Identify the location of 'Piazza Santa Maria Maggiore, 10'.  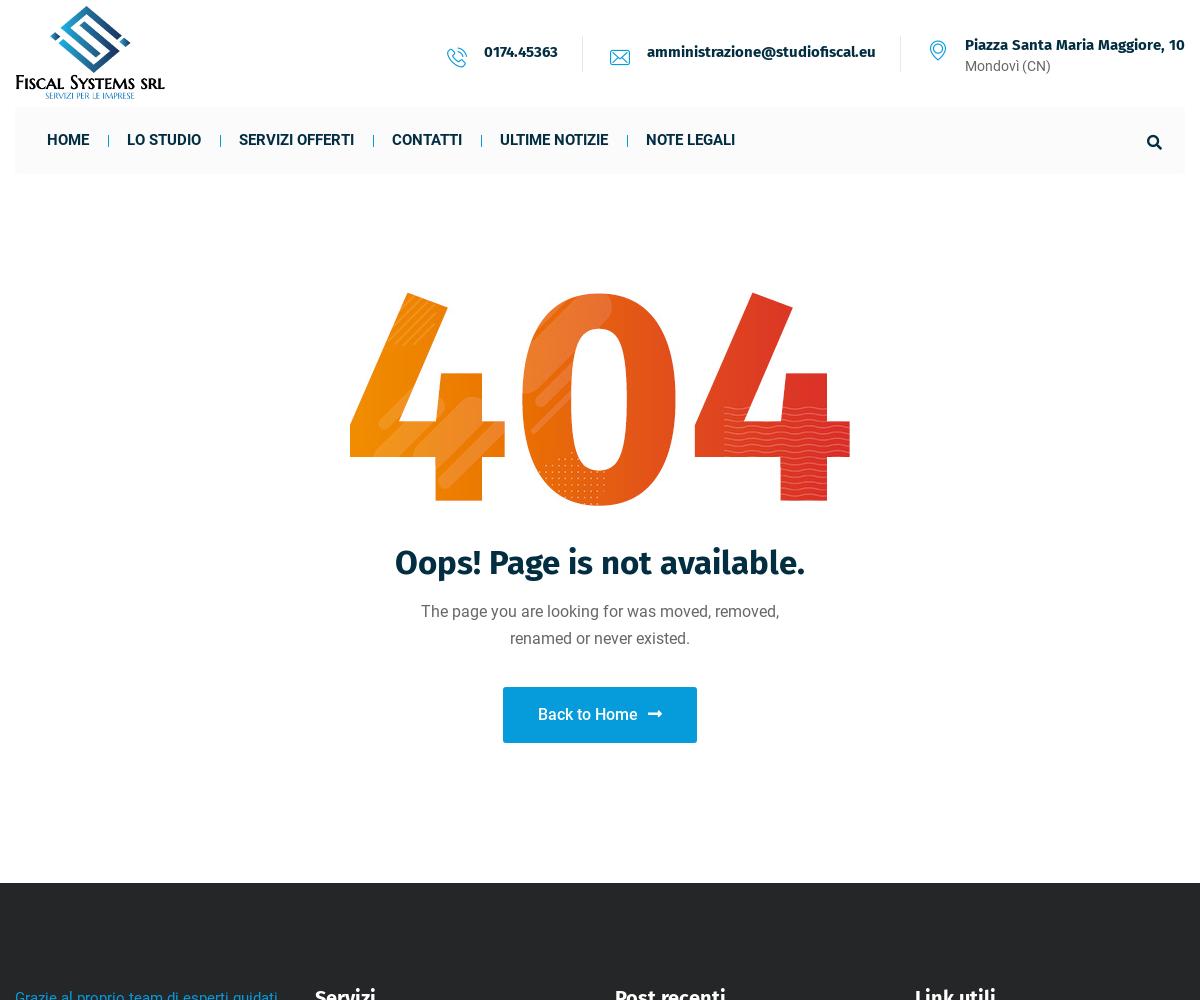
(1073, 44).